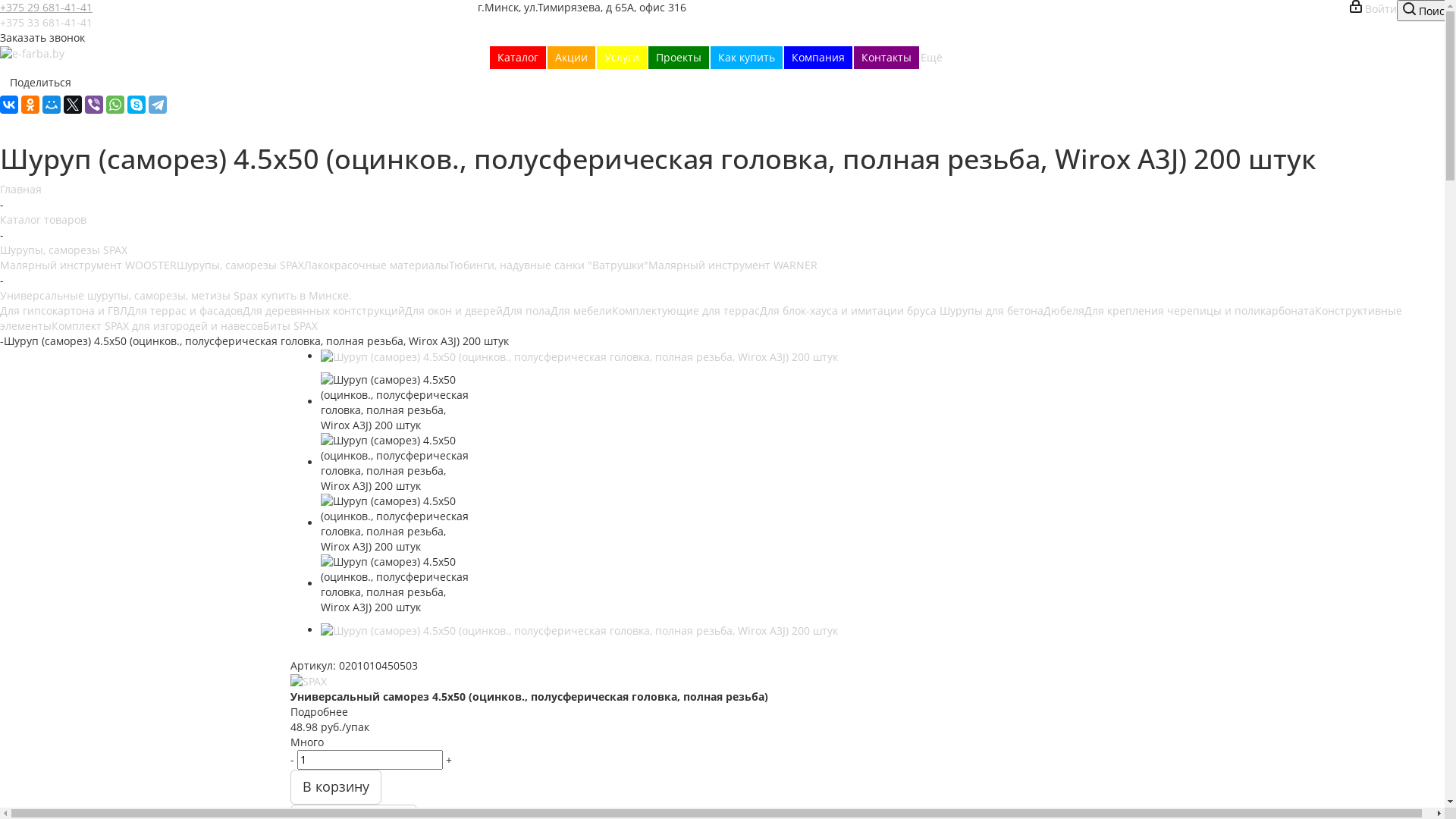 Image resolution: width=1456 pixels, height=819 pixels. I want to click on 'Skype', so click(136, 104).